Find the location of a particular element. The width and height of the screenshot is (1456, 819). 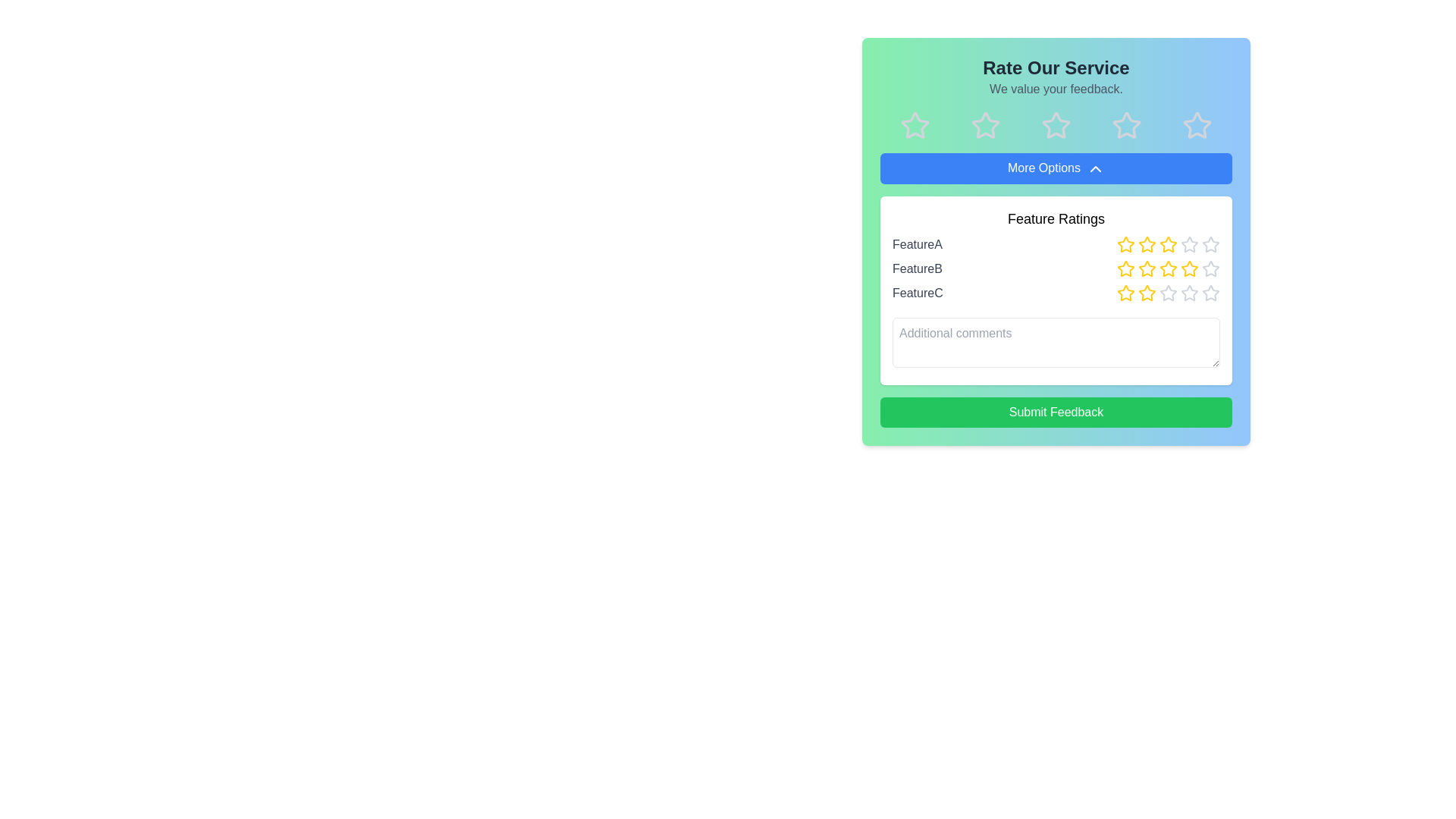

the second star-shaped icon from the left, which has a hollow design and a light gray outline, located in a horizontal row of five stars below the heading 'Rate Our Service' is located at coordinates (986, 124).